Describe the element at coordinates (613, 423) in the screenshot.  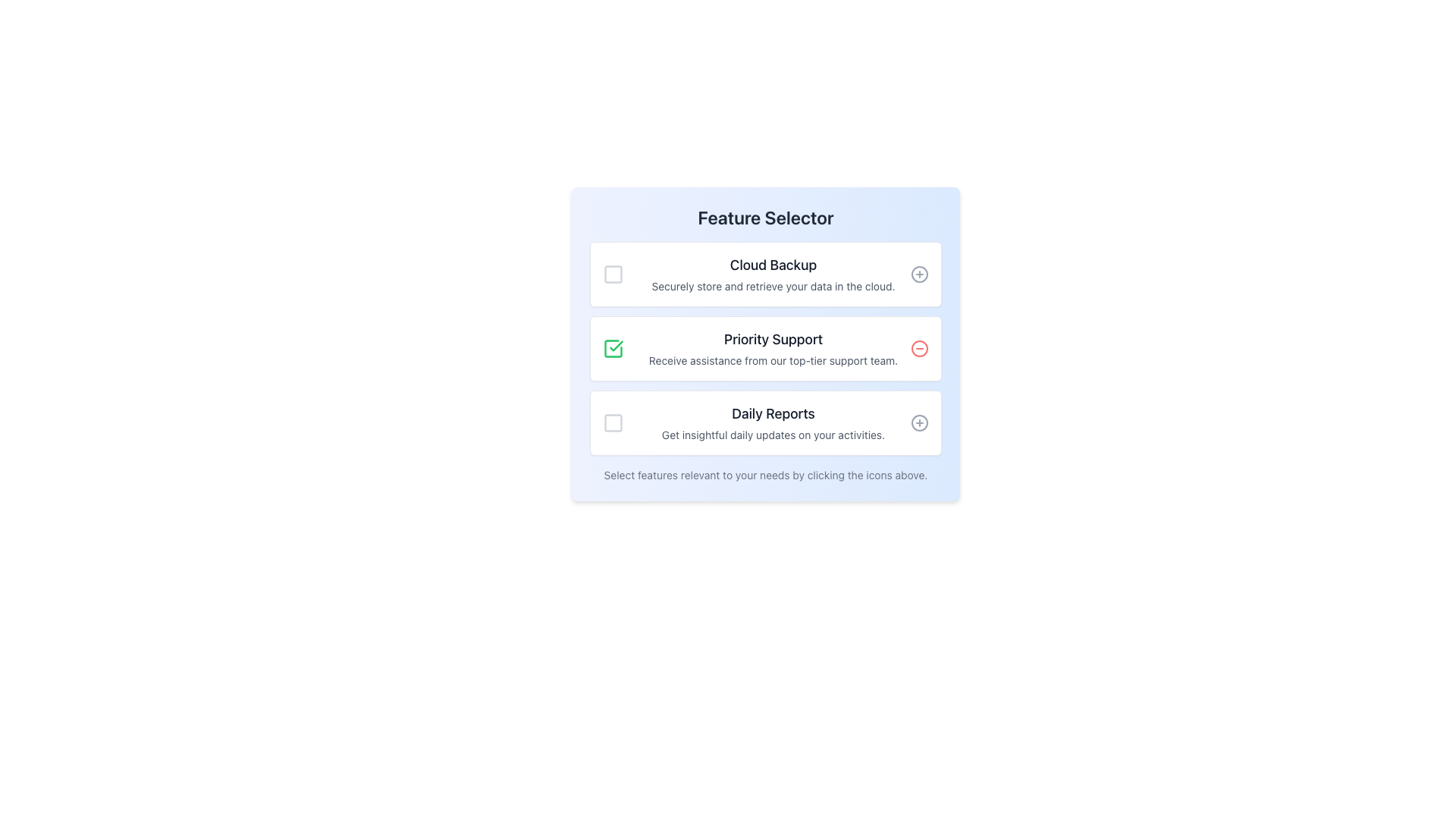
I see `the checkbox indicator for the 'Daily Reports' feature` at that location.